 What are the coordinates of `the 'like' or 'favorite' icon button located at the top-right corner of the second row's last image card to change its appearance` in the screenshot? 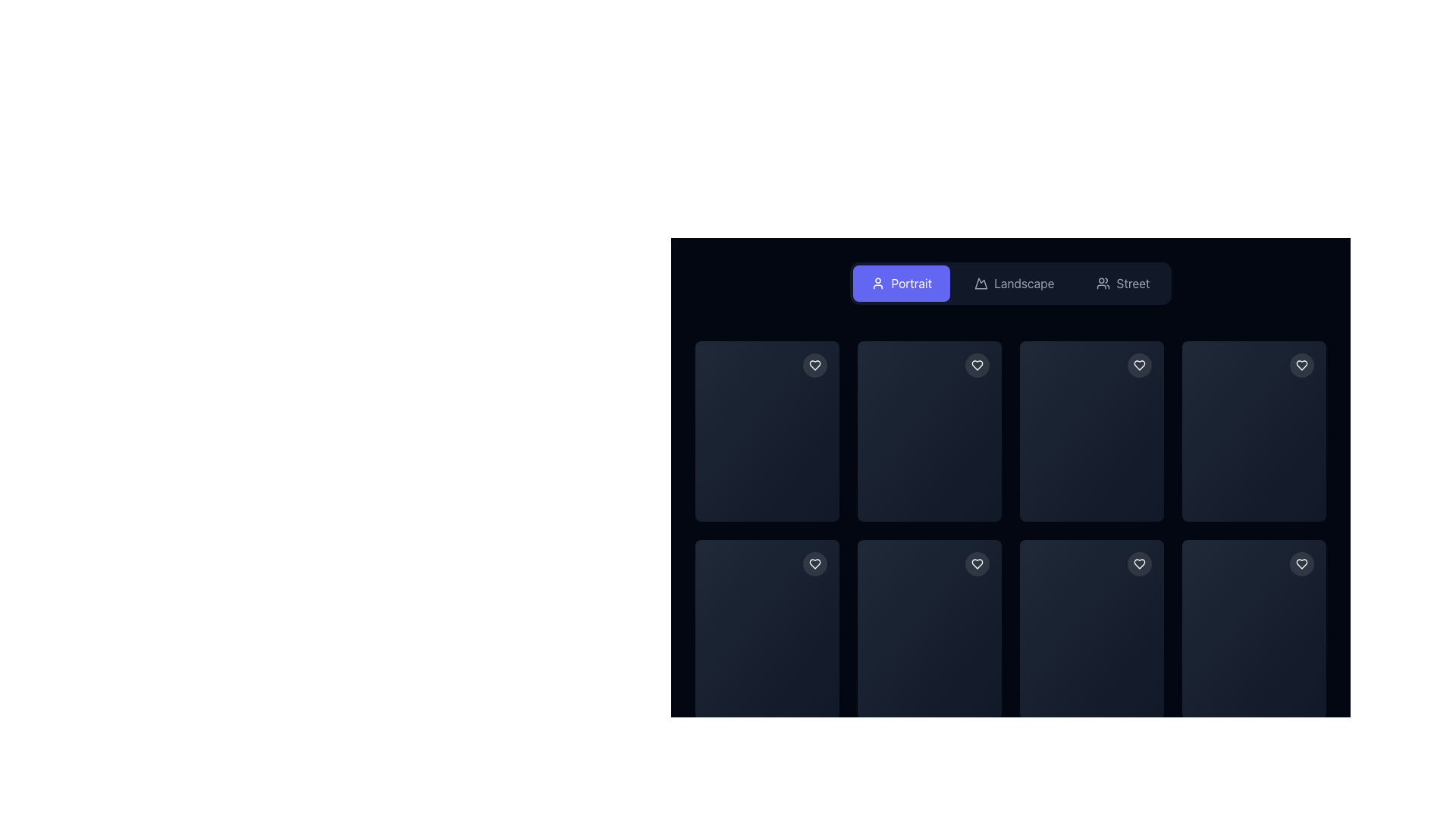 It's located at (814, 563).